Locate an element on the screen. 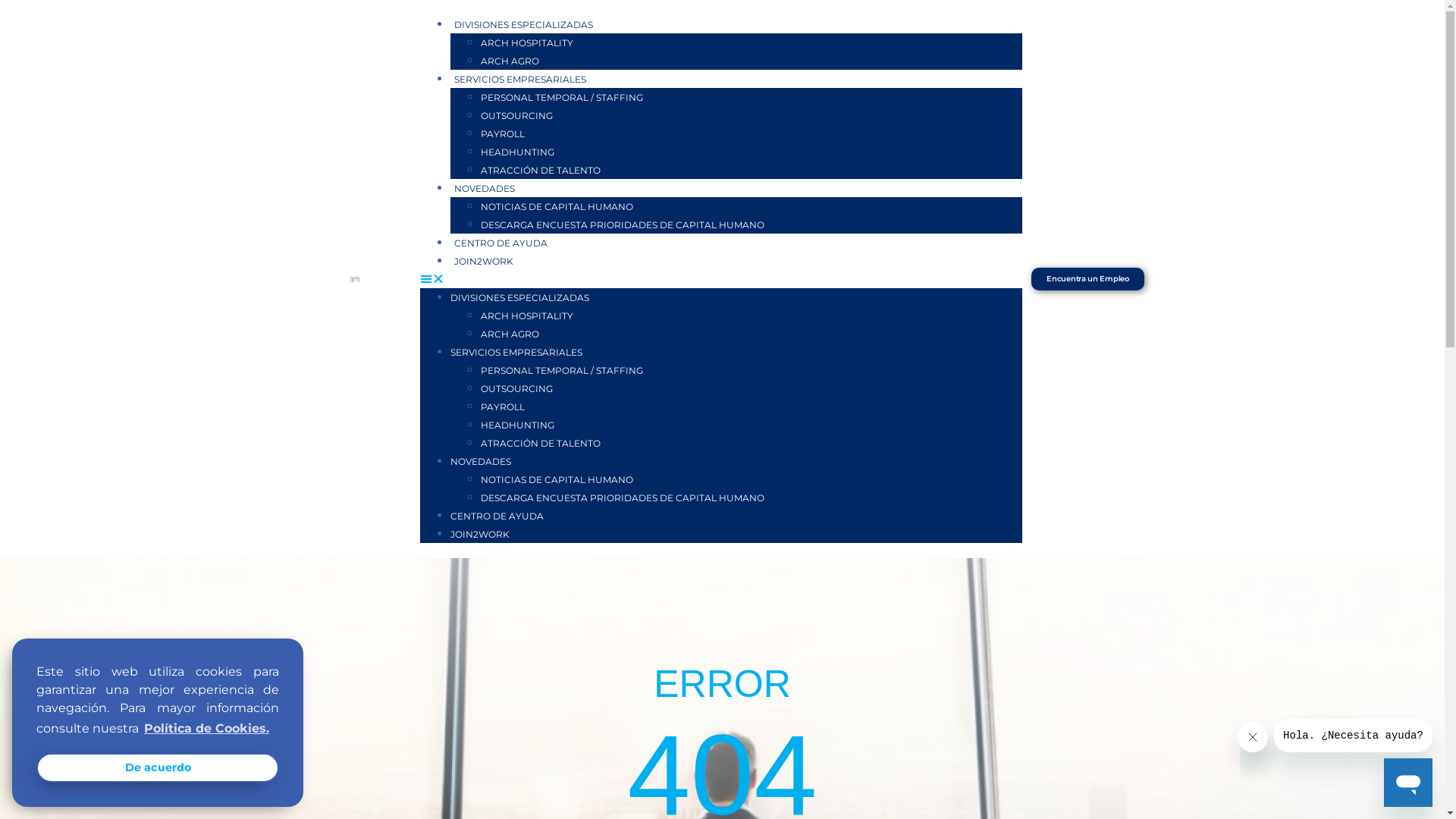  'DESCARGA ENCUESTA PRIORIDADES DE CAPITAL HUMANO' is located at coordinates (479, 224).